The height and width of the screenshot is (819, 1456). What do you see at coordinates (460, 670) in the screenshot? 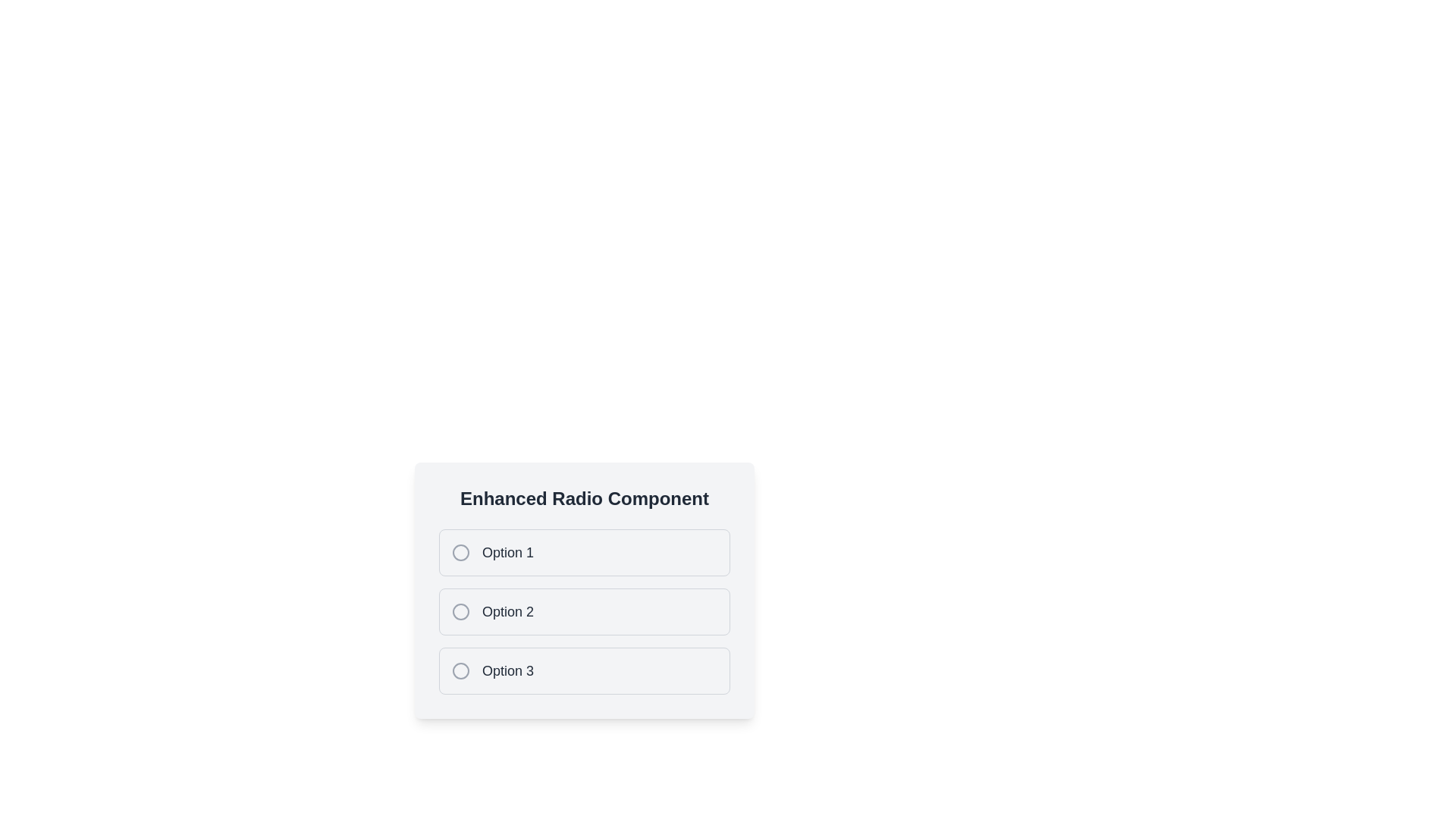
I see `the radio button selection indicator associated with 'Option 3'` at bounding box center [460, 670].